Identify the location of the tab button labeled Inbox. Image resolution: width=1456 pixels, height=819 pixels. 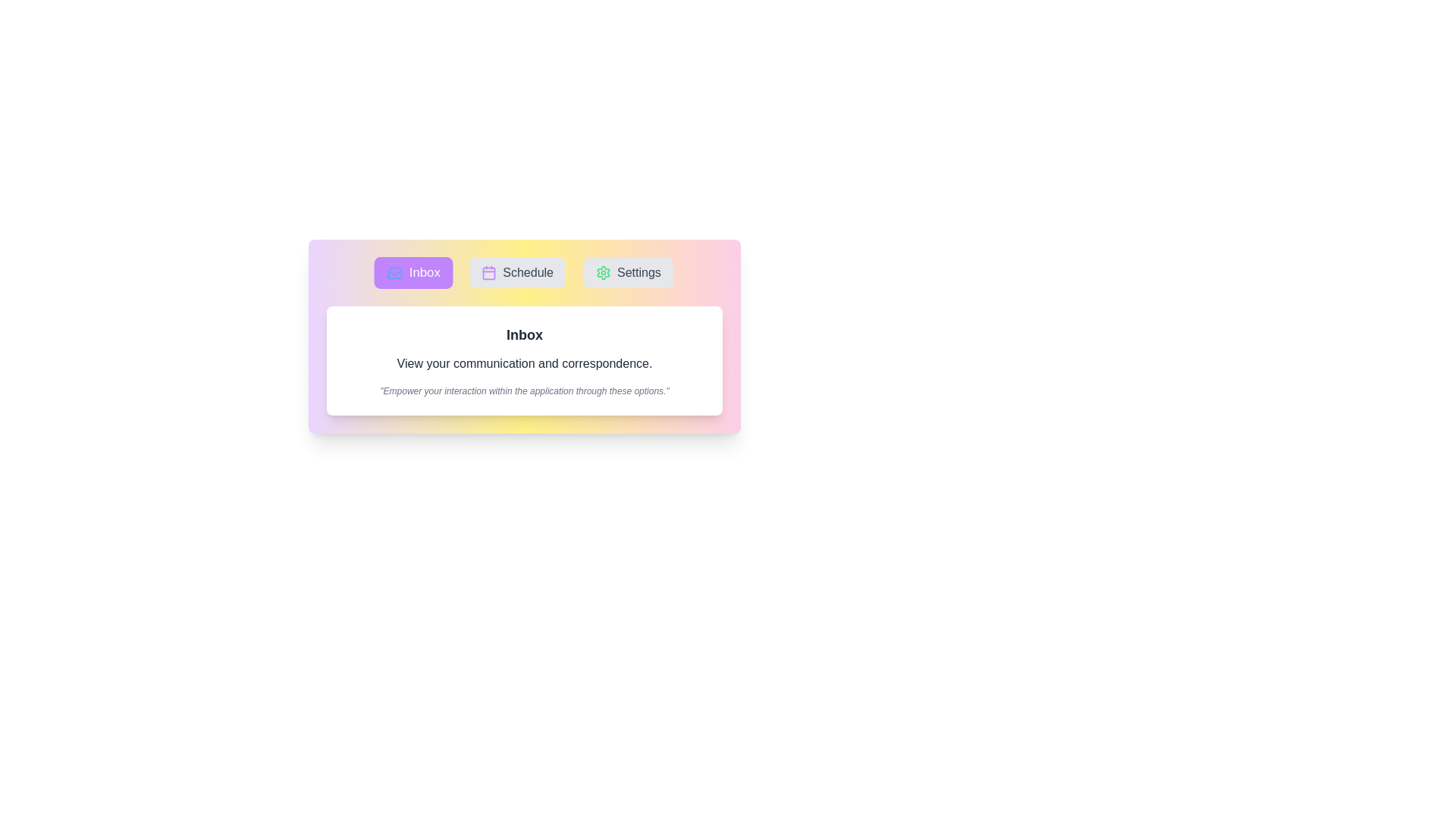
(413, 271).